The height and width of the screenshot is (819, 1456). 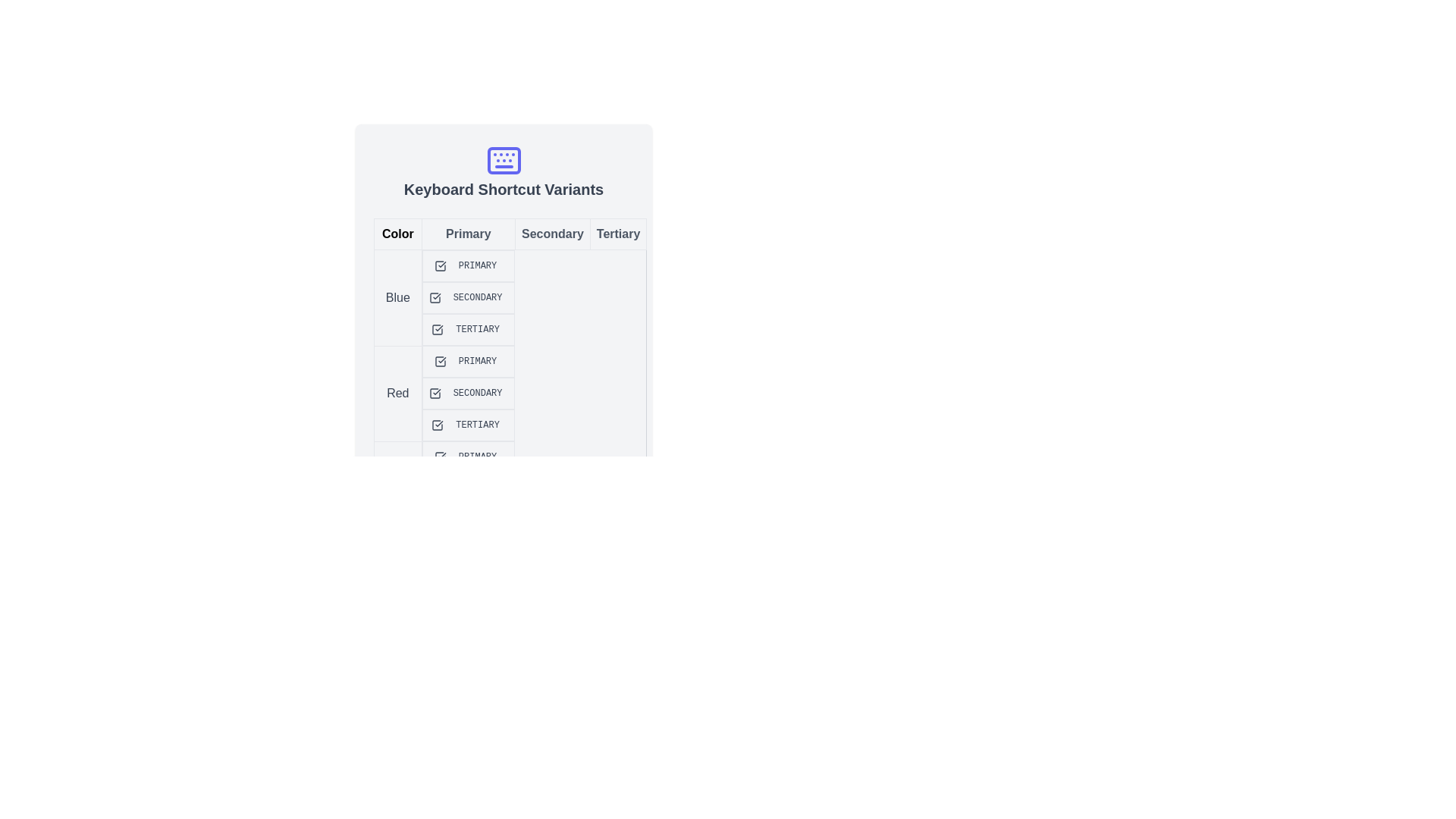 What do you see at coordinates (439, 265) in the screenshot?
I see `the checkbox indicating the 'Primary' option in the 'Blue' row` at bounding box center [439, 265].